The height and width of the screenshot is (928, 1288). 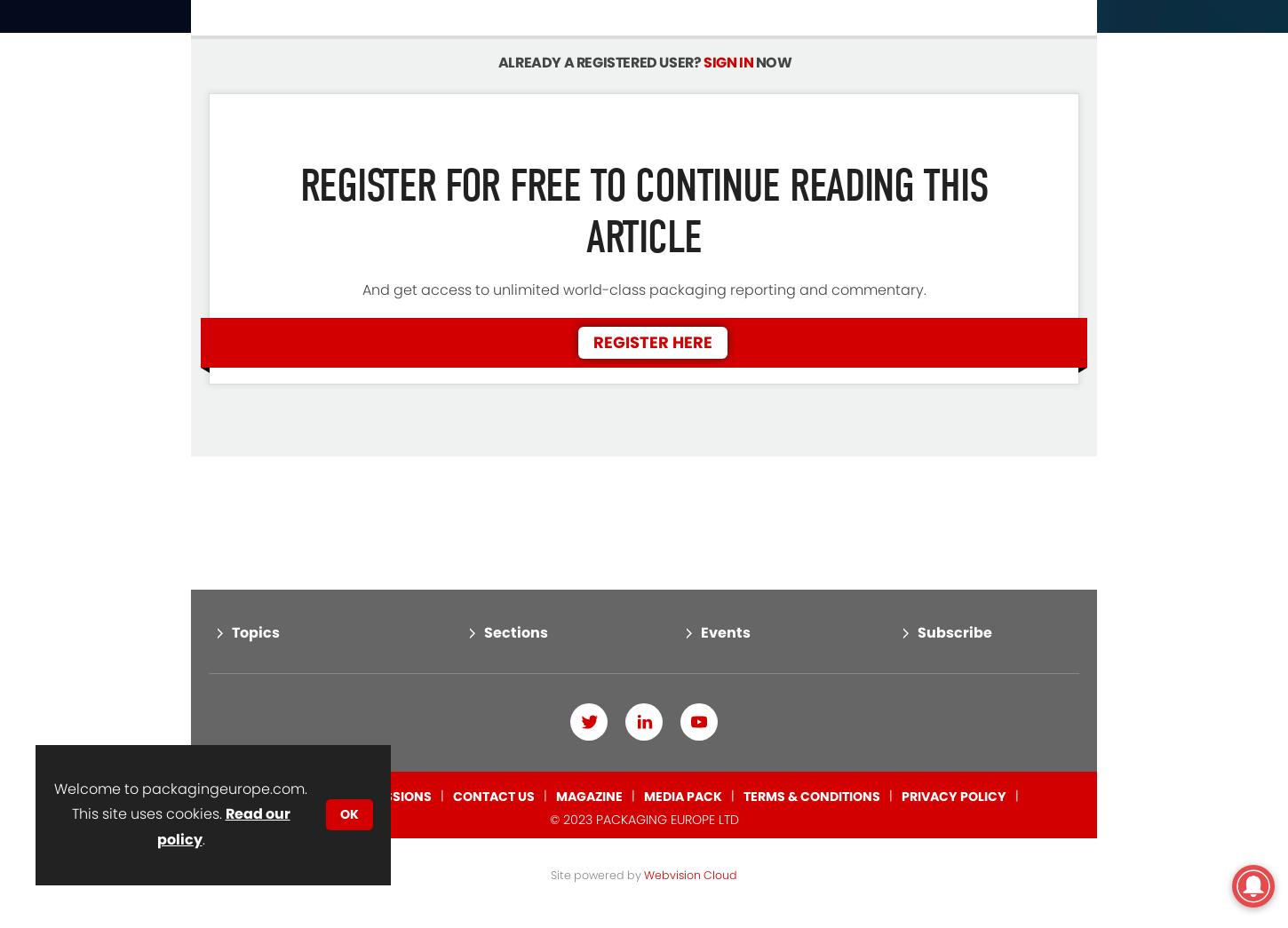 I want to click on 'Site powered by', so click(x=550, y=802).